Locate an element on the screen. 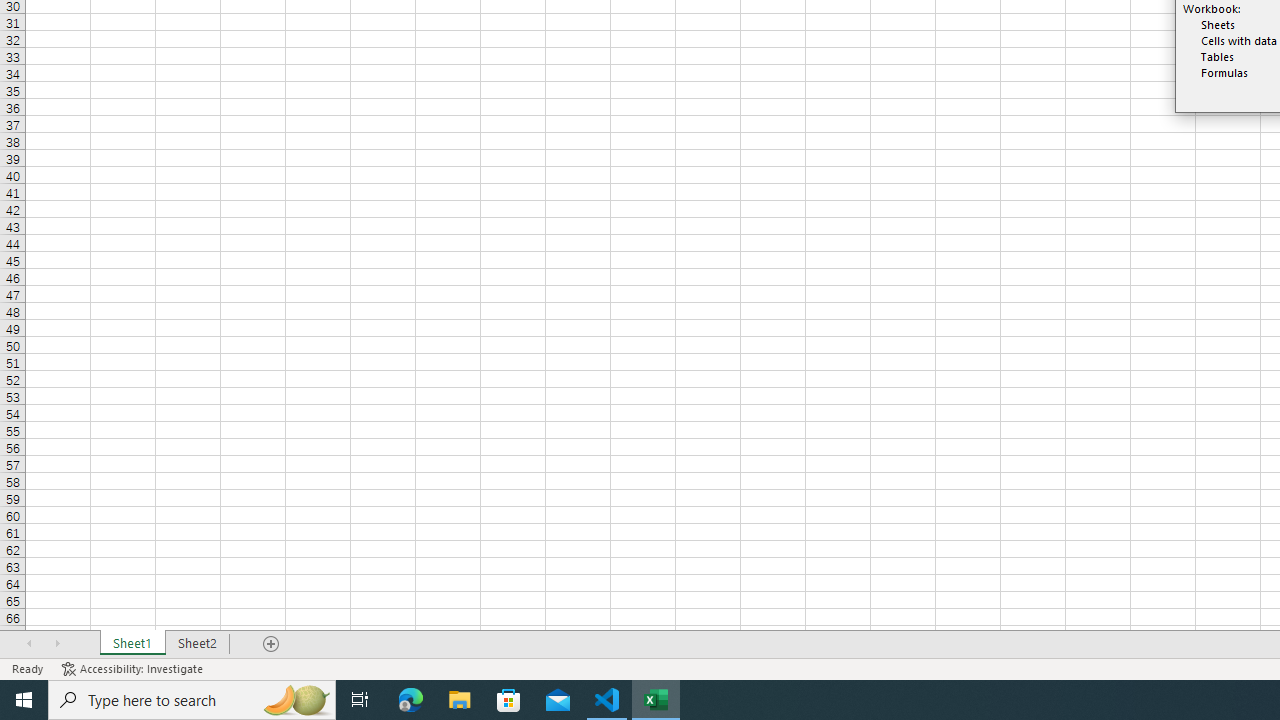  'Task View' is located at coordinates (359, 698).